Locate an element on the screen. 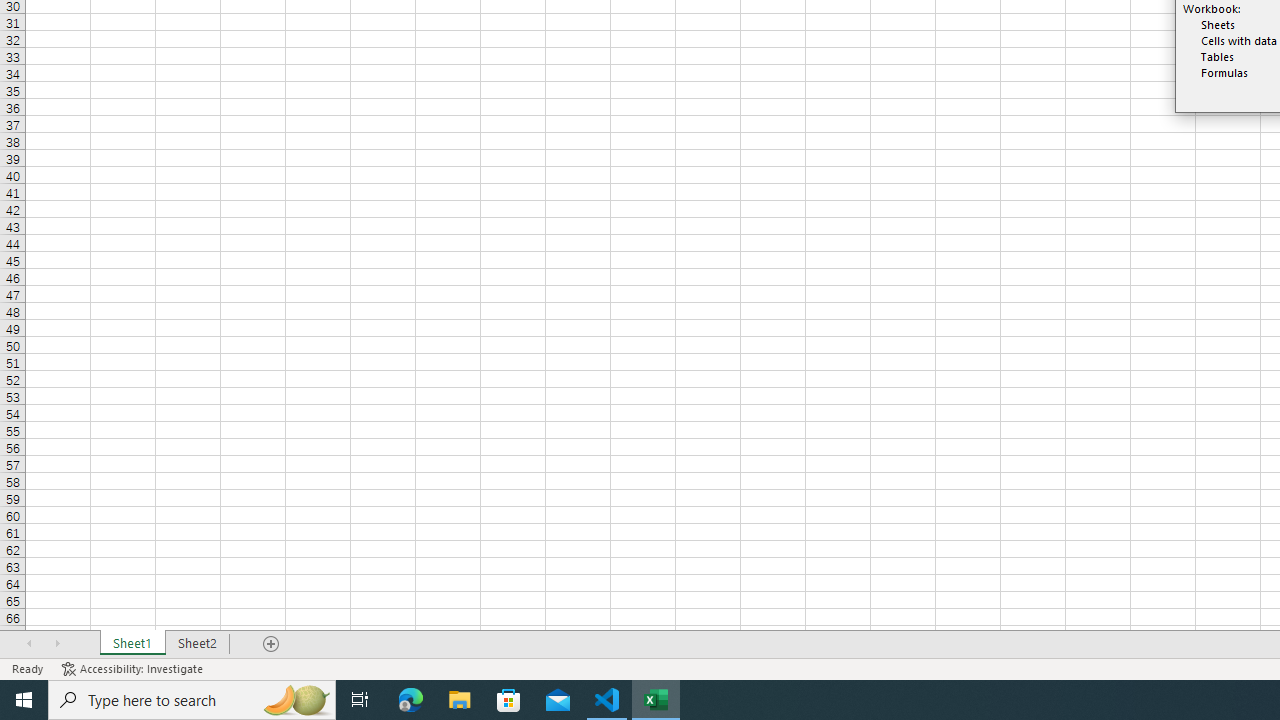  'Task View' is located at coordinates (359, 698).